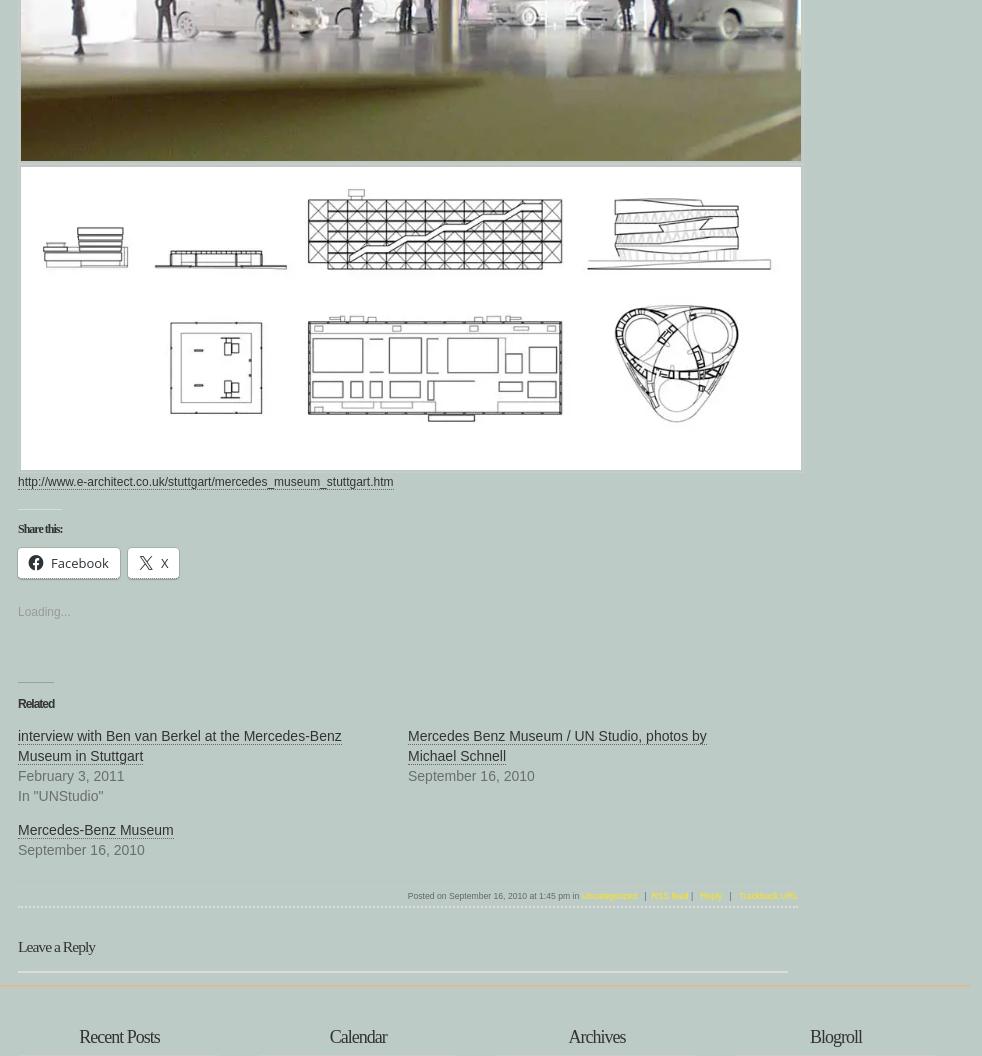  I want to click on 'Share this:', so click(38, 528).